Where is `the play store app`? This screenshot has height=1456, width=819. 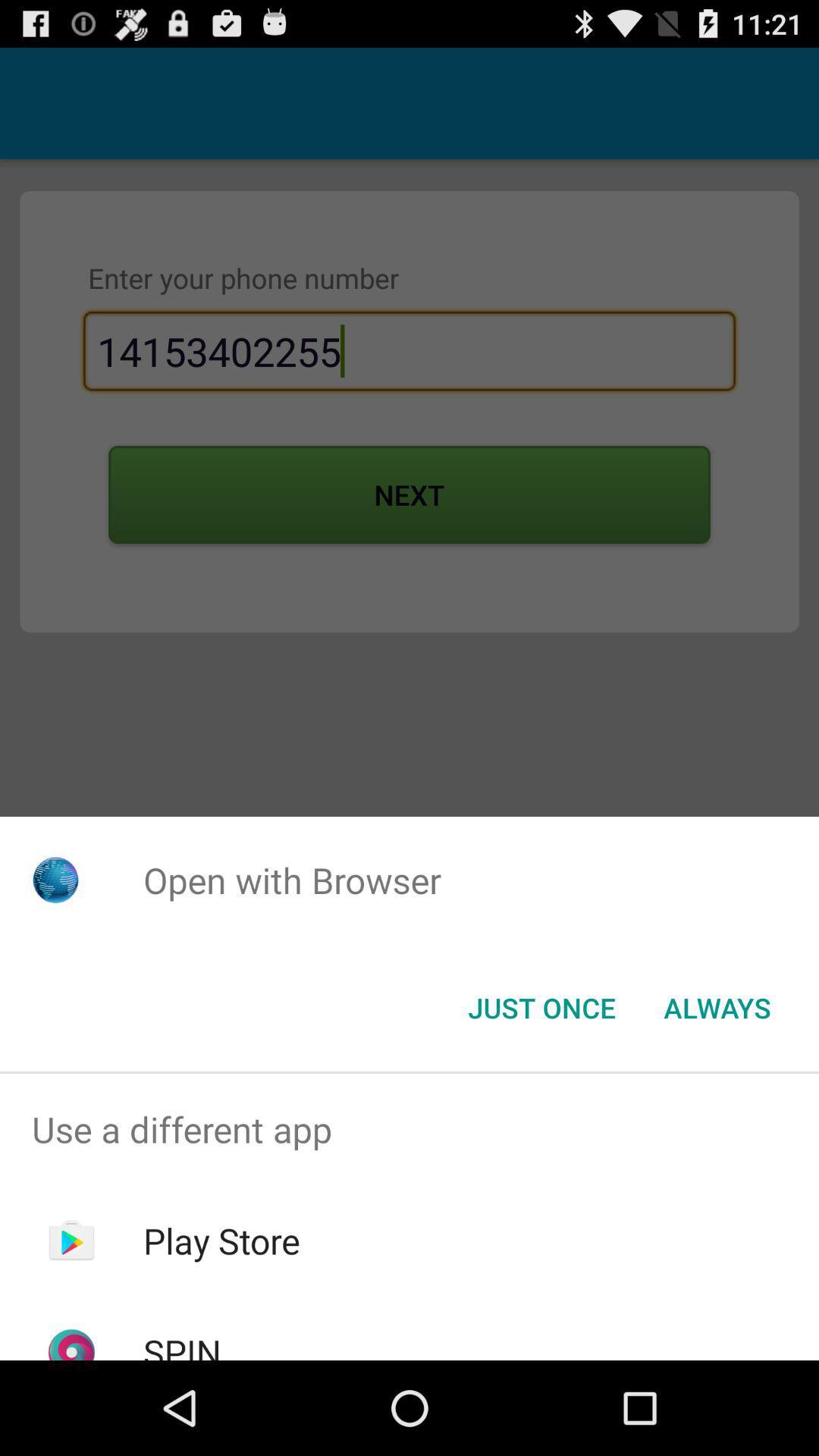
the play store app is located at coordinates (221, 1241).